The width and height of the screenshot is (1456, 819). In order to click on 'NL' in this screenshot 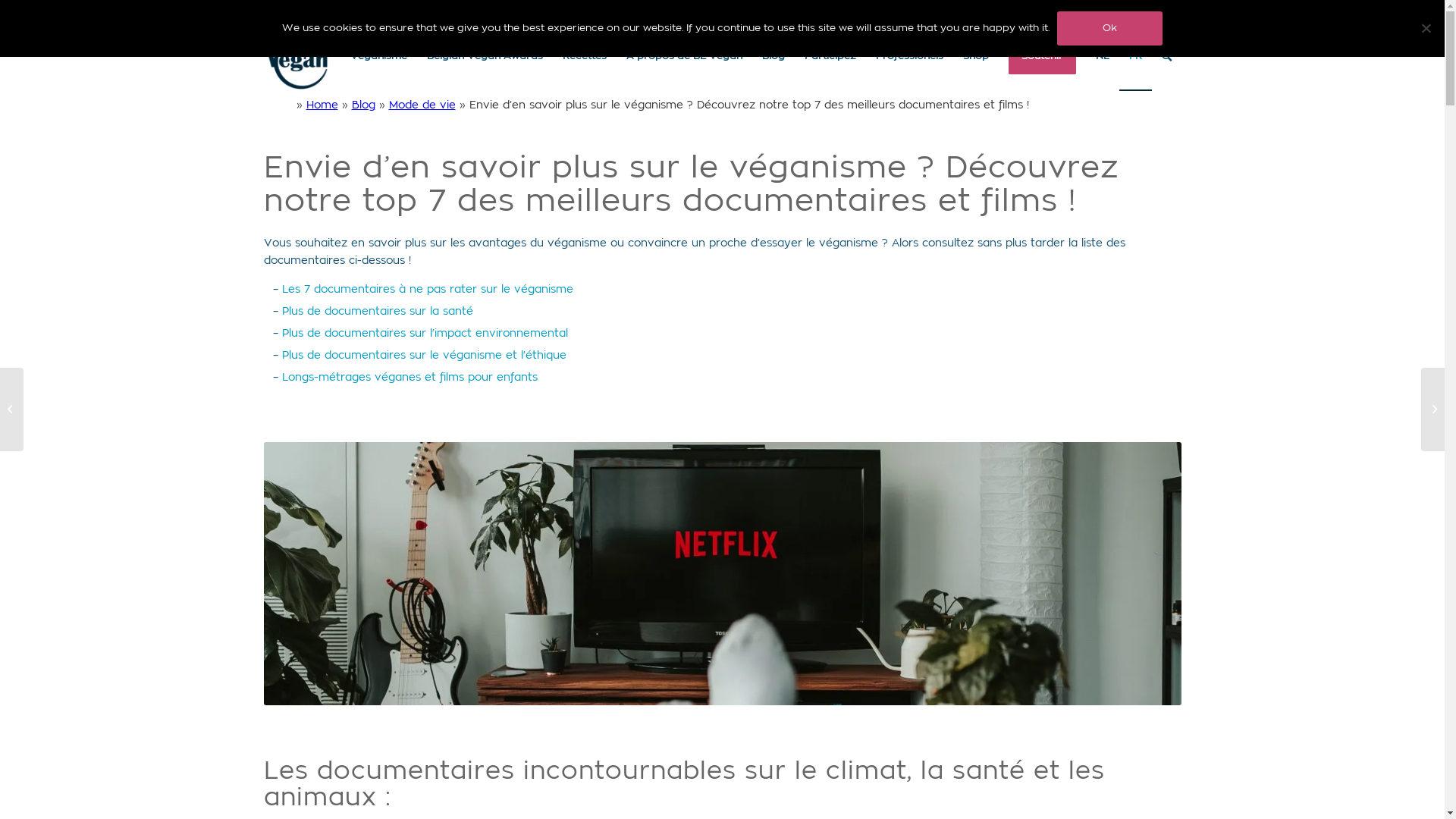, I will do `click(1084, 55)`.